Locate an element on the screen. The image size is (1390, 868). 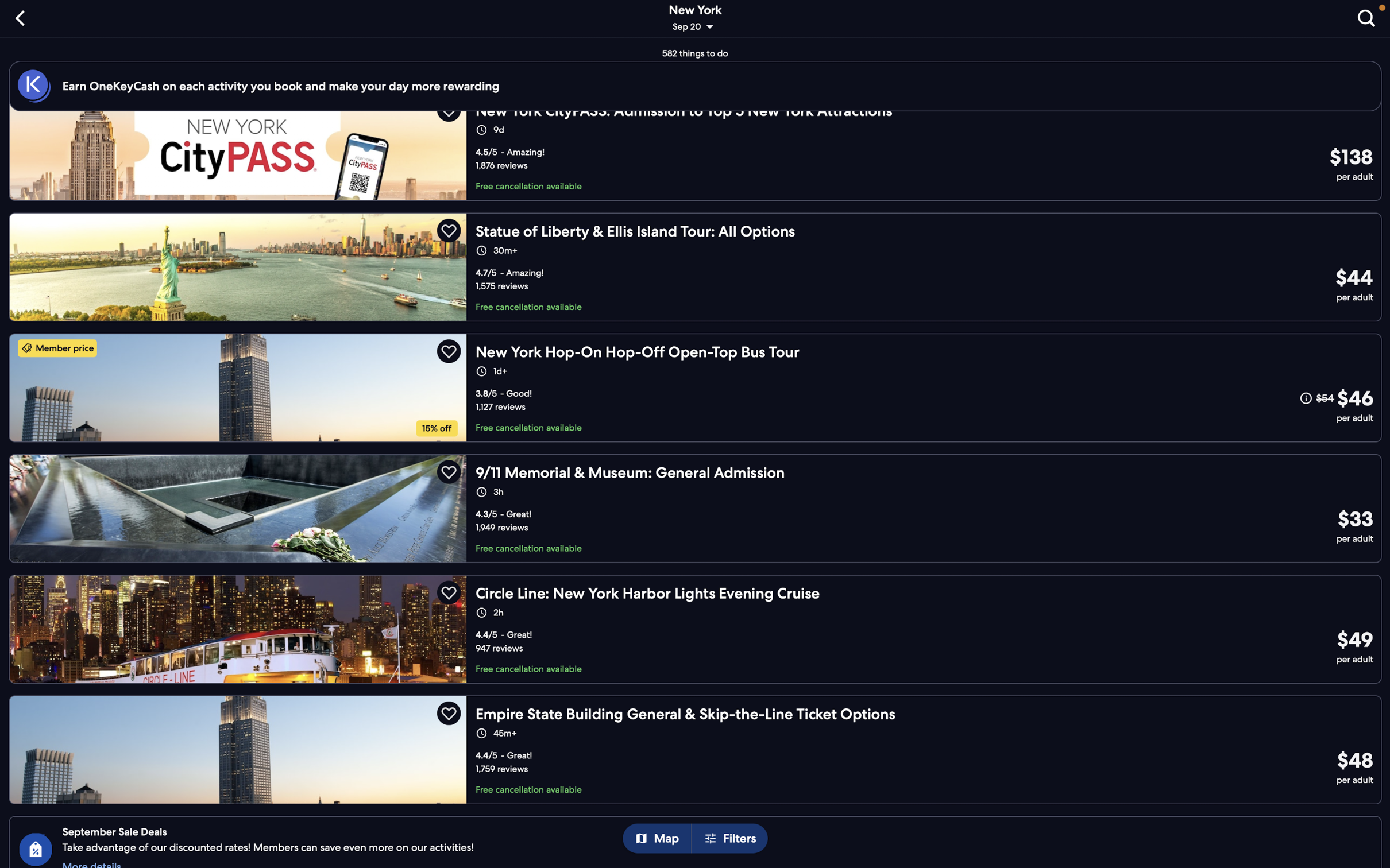
the "map" button is located at coordinates (661, 839).